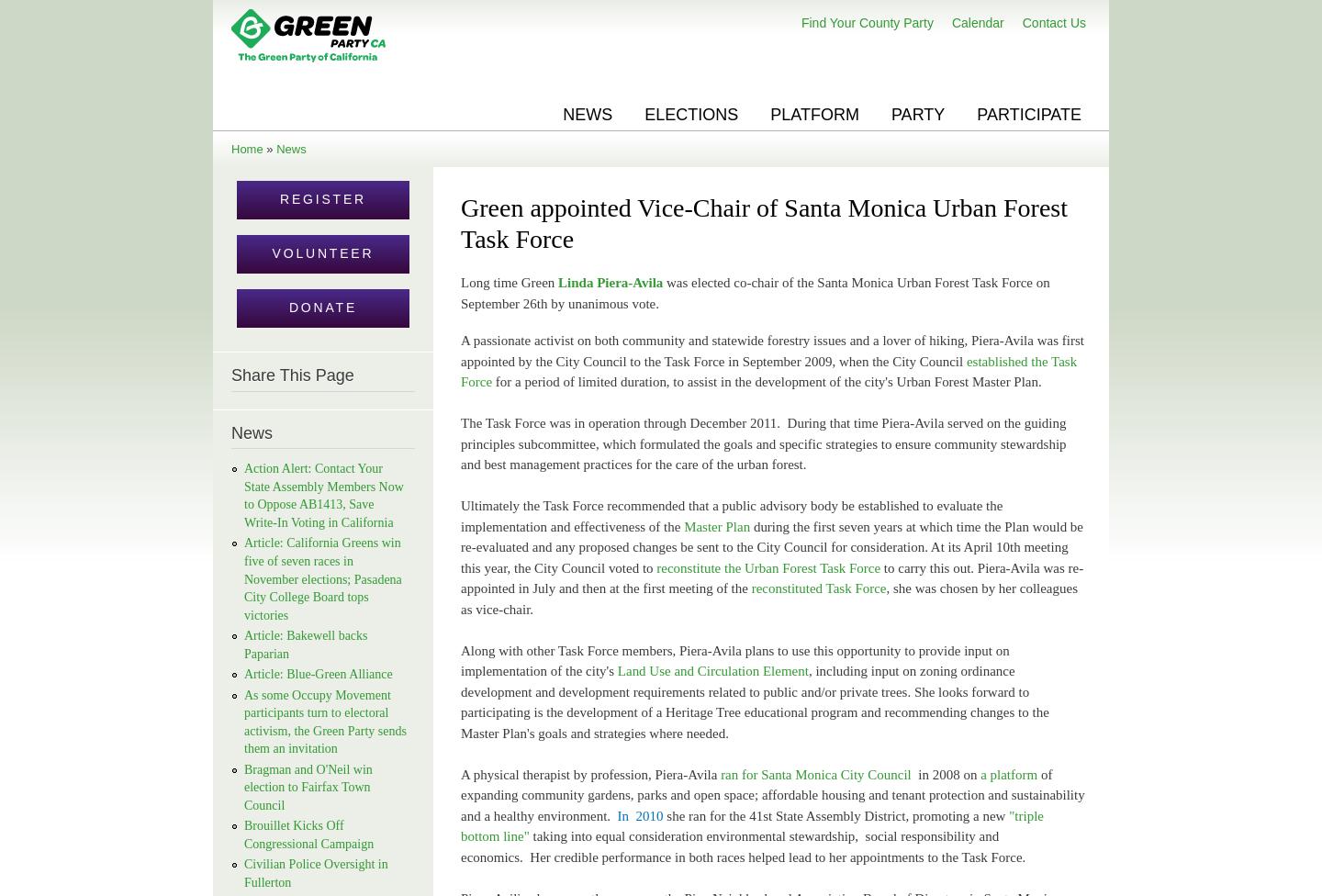 The width and height of the screenshot is (1322, 896). I want to click on 'to carry this out. Piera-Avila was re-appointed in July and then at the first meeting of the', so click(771, 577).